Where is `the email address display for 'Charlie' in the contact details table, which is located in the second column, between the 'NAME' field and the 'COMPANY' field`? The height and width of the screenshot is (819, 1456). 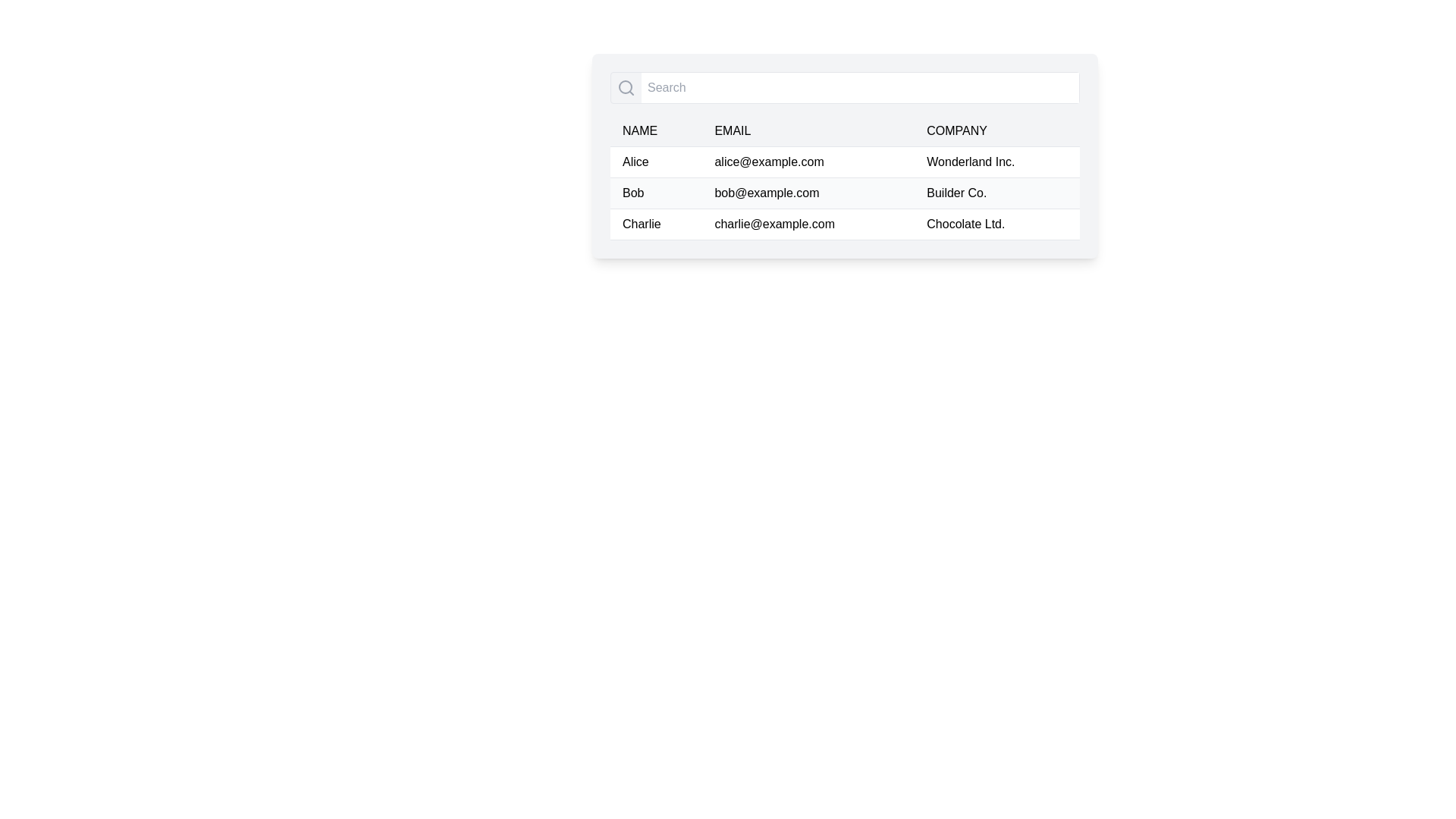 the email address display for 'Charlie' in the contact details table, which is located in the second column, between the 'NAME' field and the 'COMPANY' field is located at coordinates (808, 224).